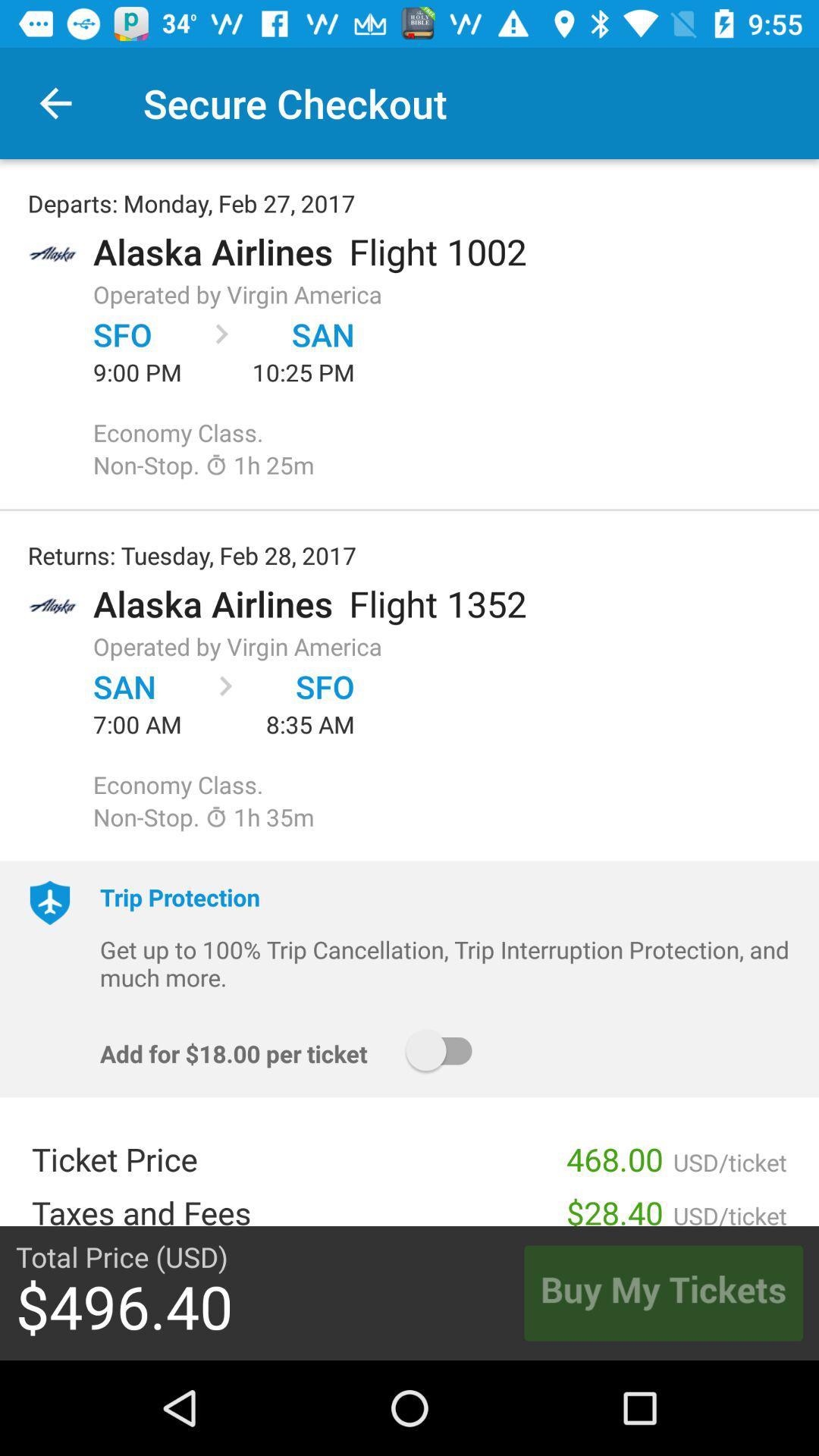 This screenshot has height=1456, width=819. I want to click on icon next to the $496.40, so click(663, 1292).